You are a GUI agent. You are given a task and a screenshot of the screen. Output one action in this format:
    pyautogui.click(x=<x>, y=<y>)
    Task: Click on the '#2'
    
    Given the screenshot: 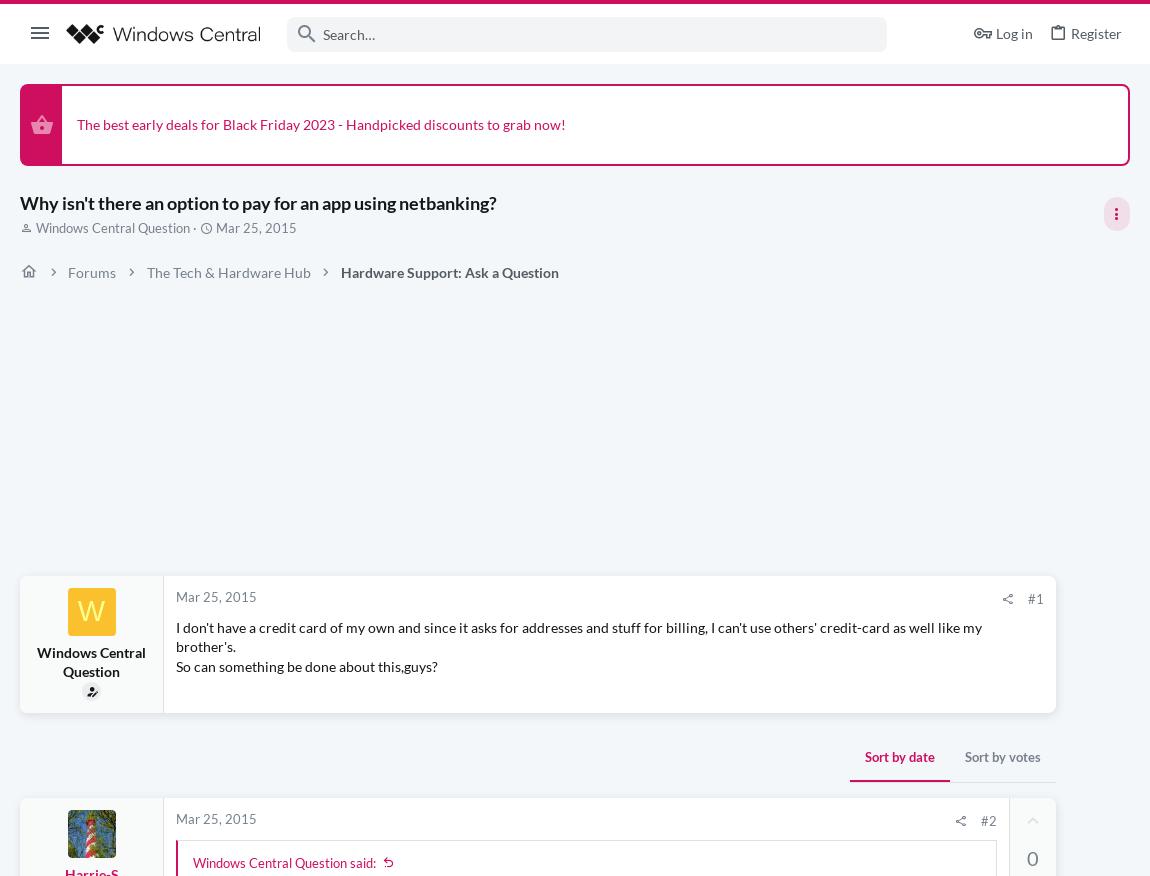 What is the action you would take?
    pyautogui.click(x=733, y=819)
    